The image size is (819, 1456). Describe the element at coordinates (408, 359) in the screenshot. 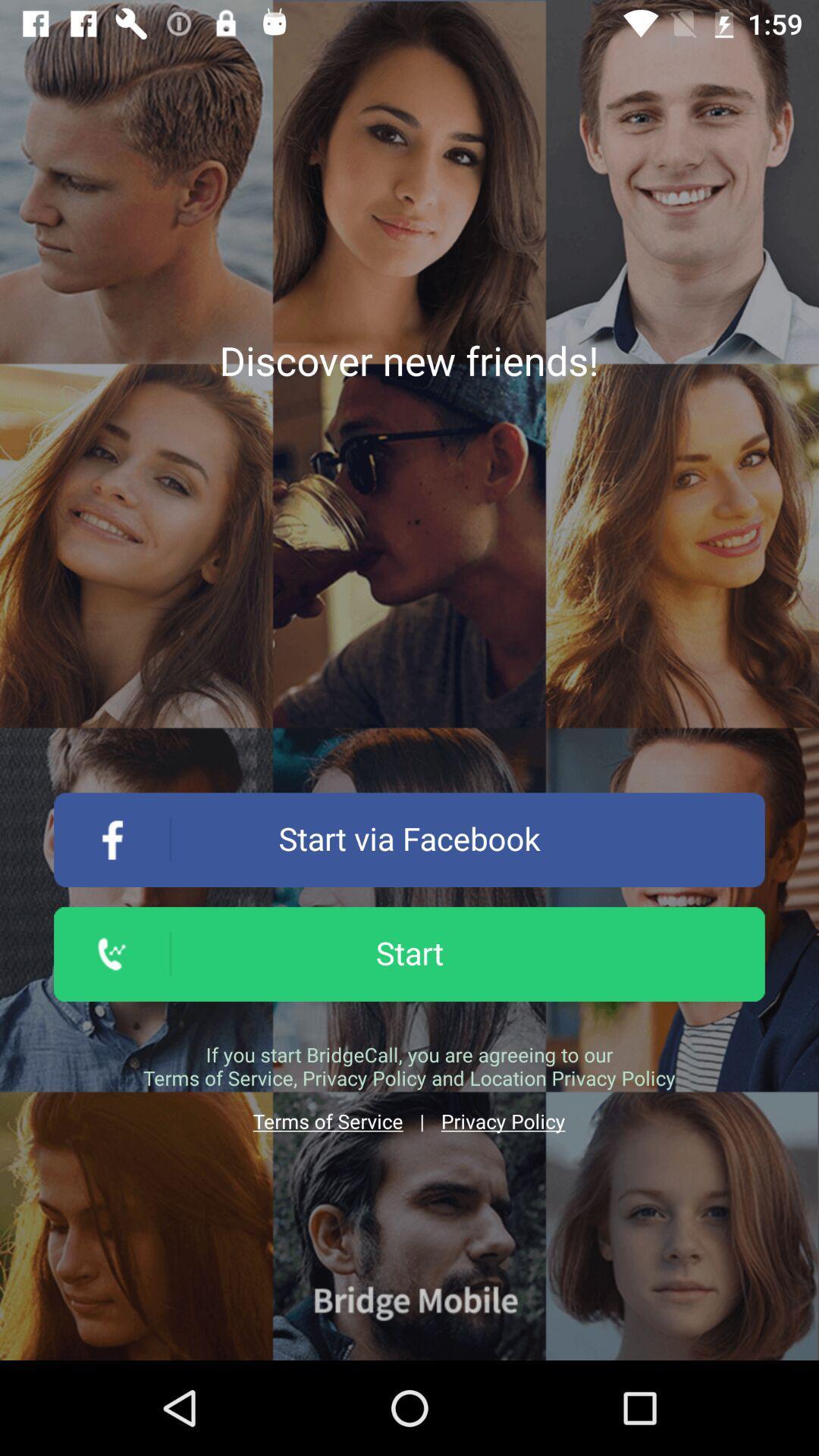

I see `the discover new friends! item` at that location.